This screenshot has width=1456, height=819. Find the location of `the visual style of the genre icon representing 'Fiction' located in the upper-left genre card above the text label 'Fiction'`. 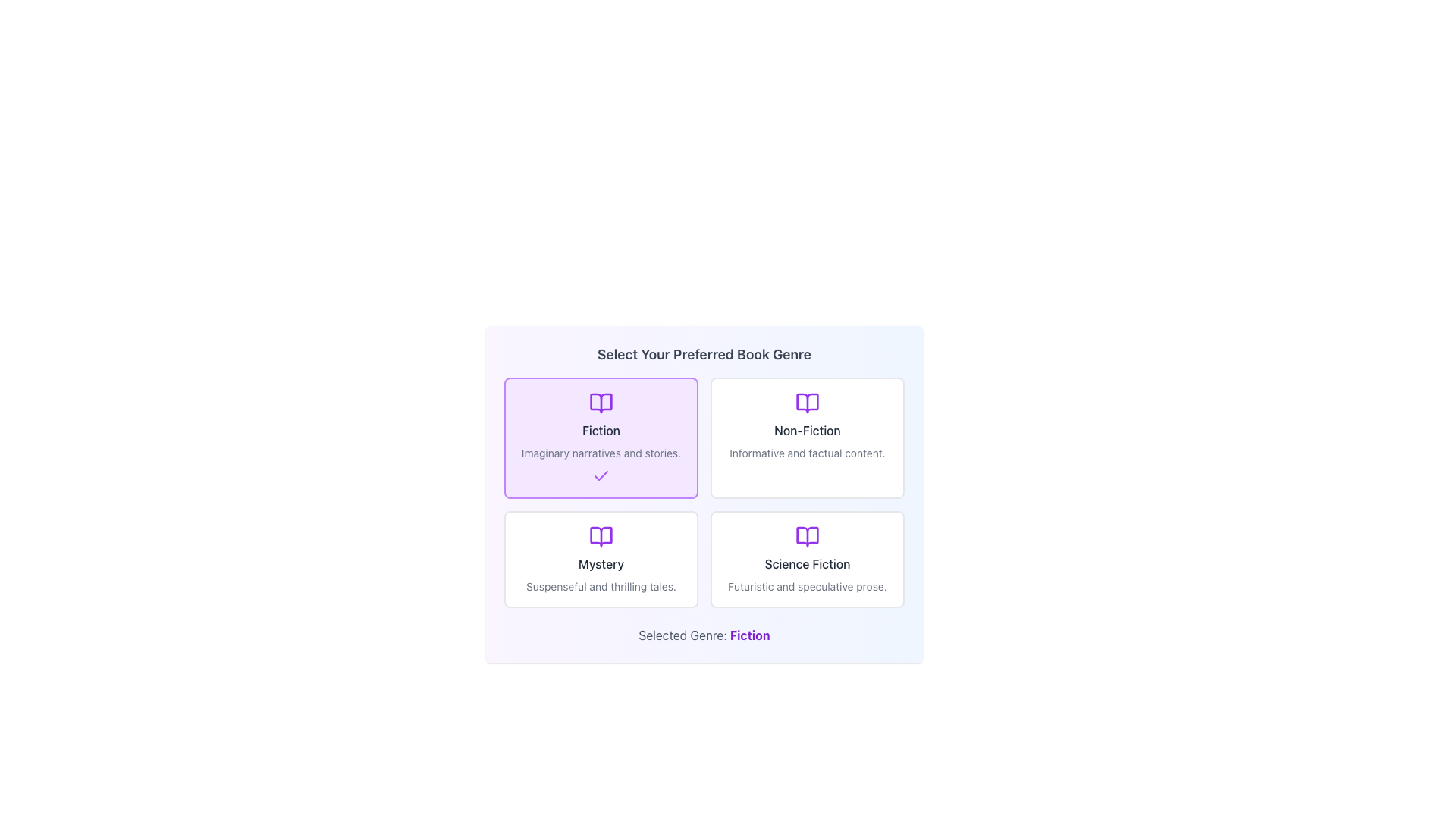

the visual style of the genre icon representing 'Fiction' located in the upper-left genre card above the text label 'Fiction' is located at coordinates (600, 403).